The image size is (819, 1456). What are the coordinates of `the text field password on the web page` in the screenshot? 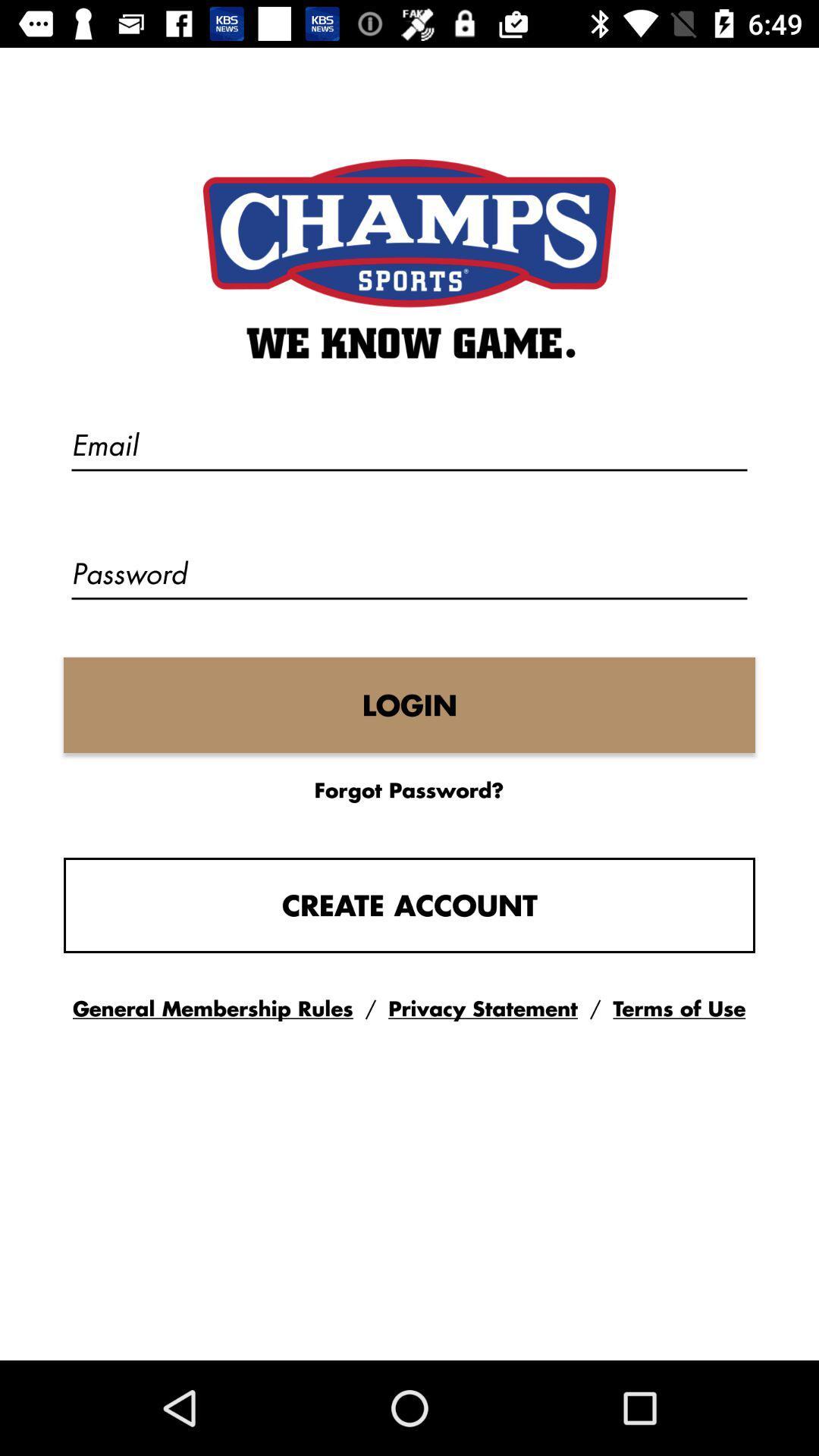 It's located at (409, 576).